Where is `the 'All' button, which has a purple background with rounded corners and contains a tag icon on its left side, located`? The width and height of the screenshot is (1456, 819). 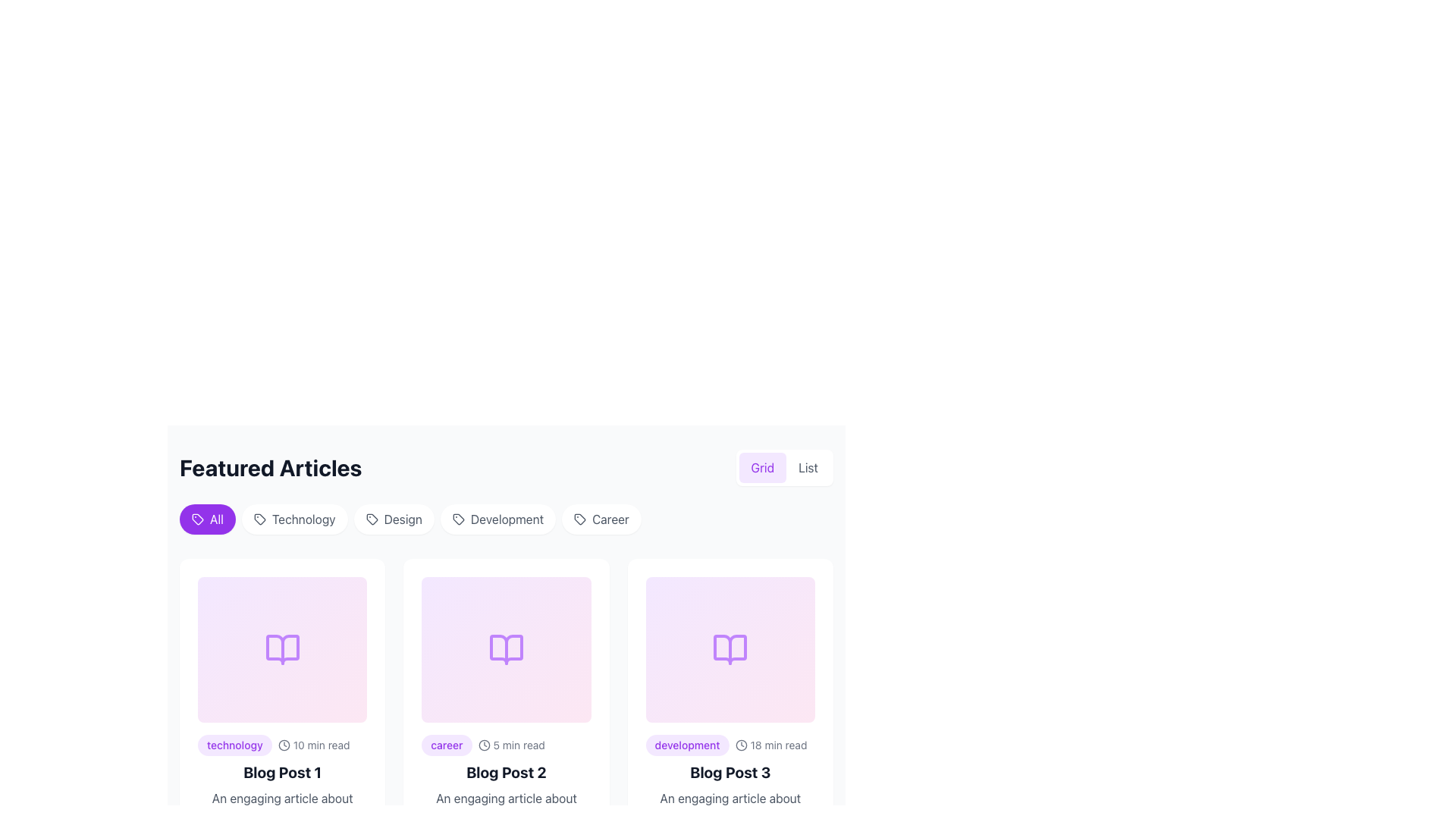 the 'All' button, which has a purple background with rounded corners and contains a tag icon on its left side, located is located at coordinates (196, 519).